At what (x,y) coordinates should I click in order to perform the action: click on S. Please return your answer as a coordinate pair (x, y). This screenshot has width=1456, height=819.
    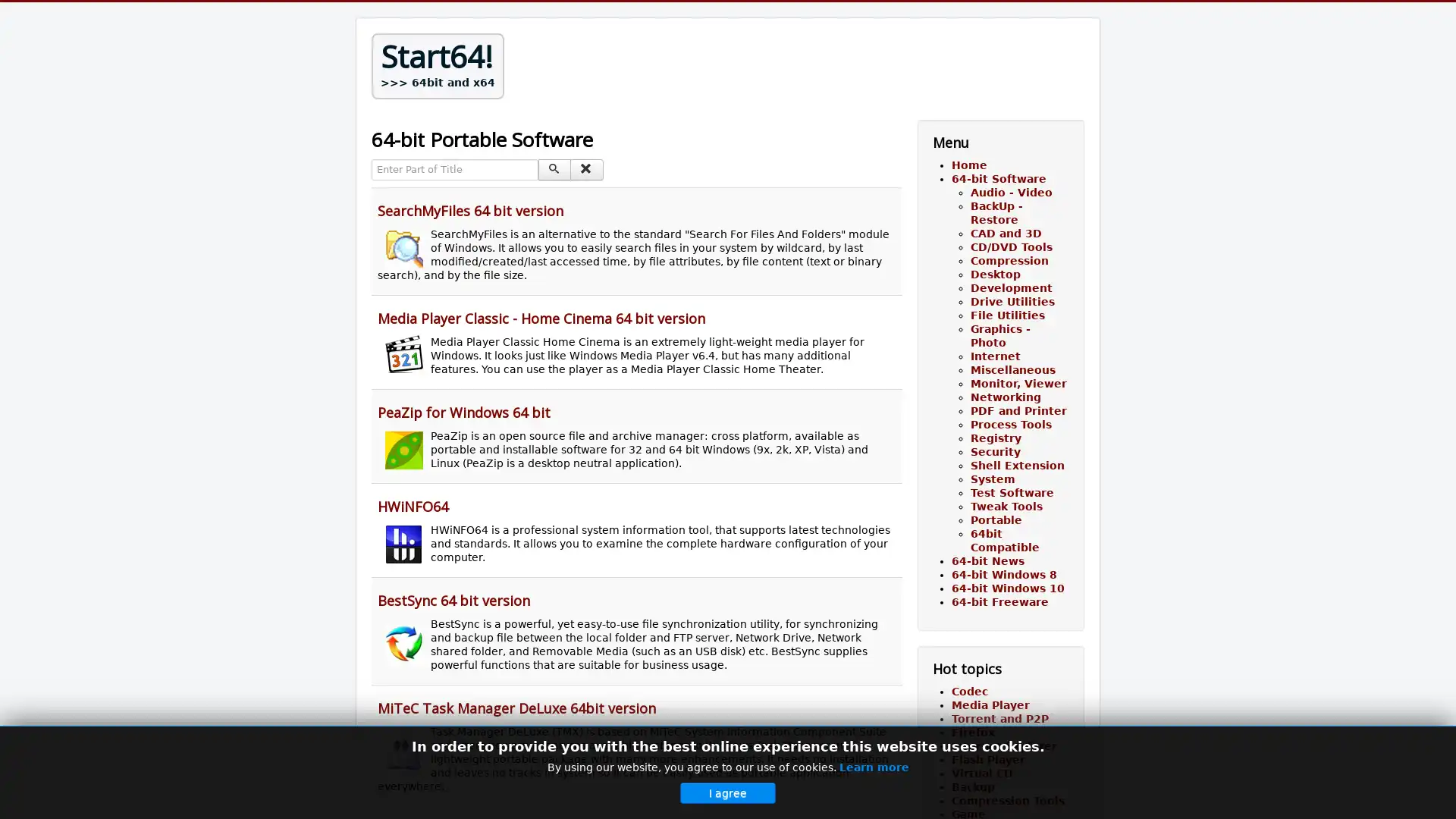
    Looking at the image, I should click on (554, 169).